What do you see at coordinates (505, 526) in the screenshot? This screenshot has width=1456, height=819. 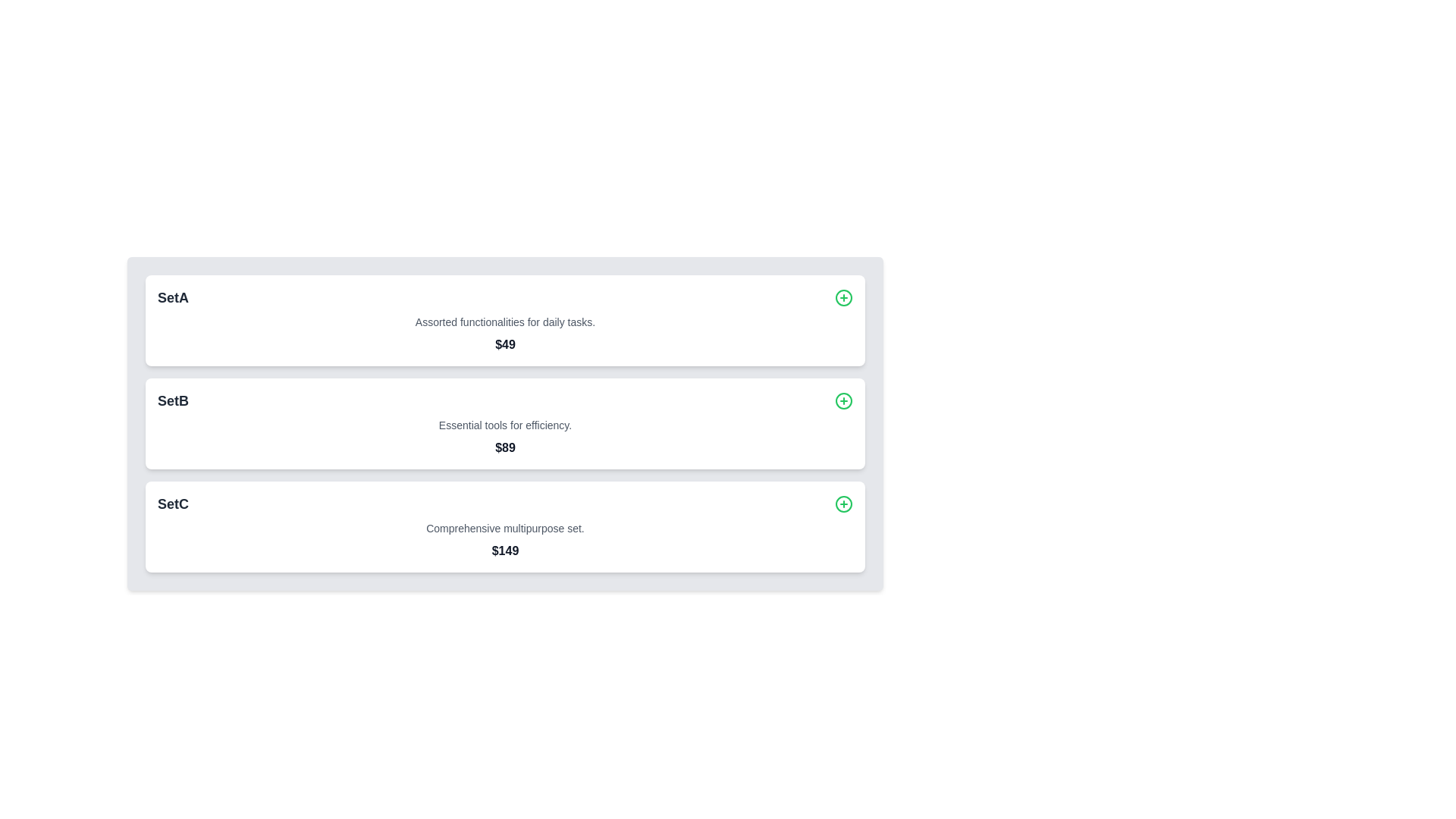 I see `the card titled 'SetC' with a white background and rounded corners` at bounding box center [505, 526].